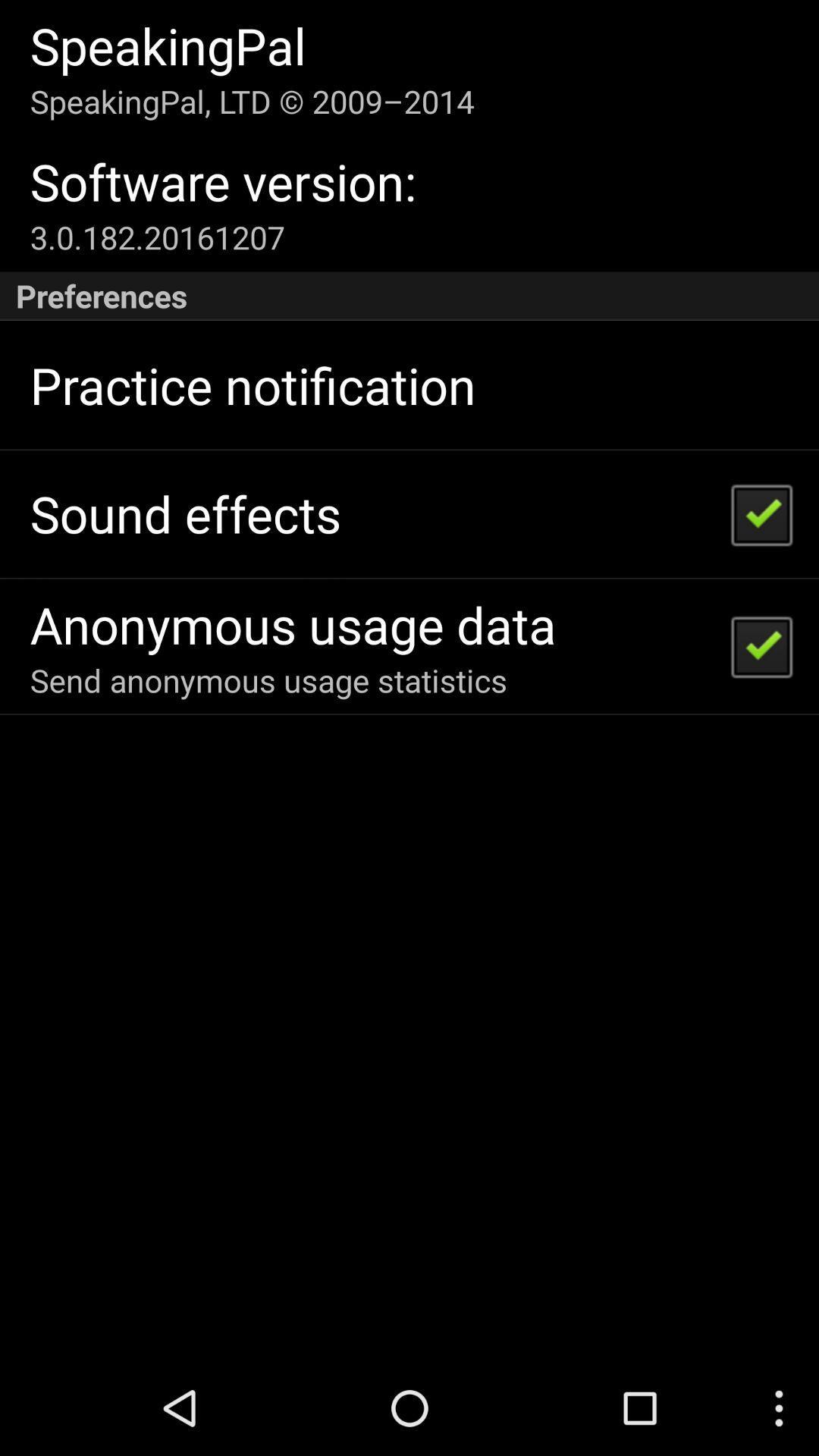 The image size is (819, 1456). Describe the element at coordinates (157, 236) in the screenshot. I see `the 3 0 182 item` at that location.